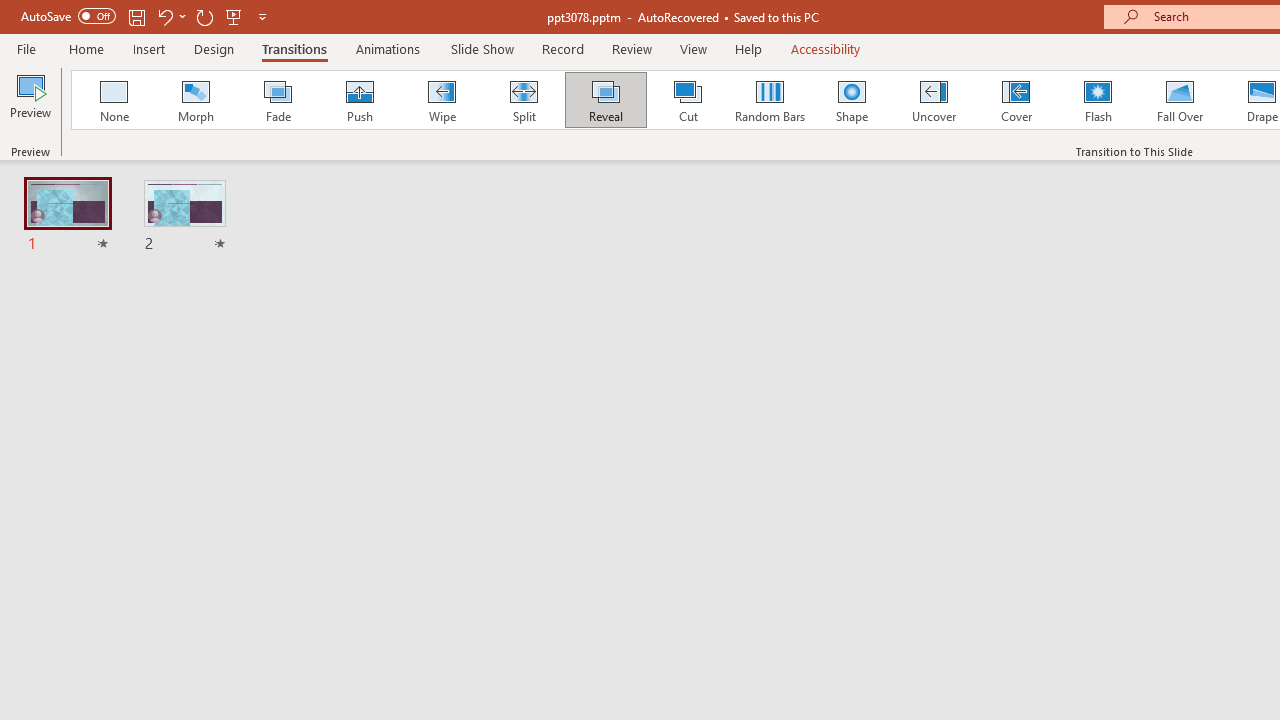 Image resolution: width=1280 pixels, height=720 pixels. I want to click on 'Fade', so click(276, 100).